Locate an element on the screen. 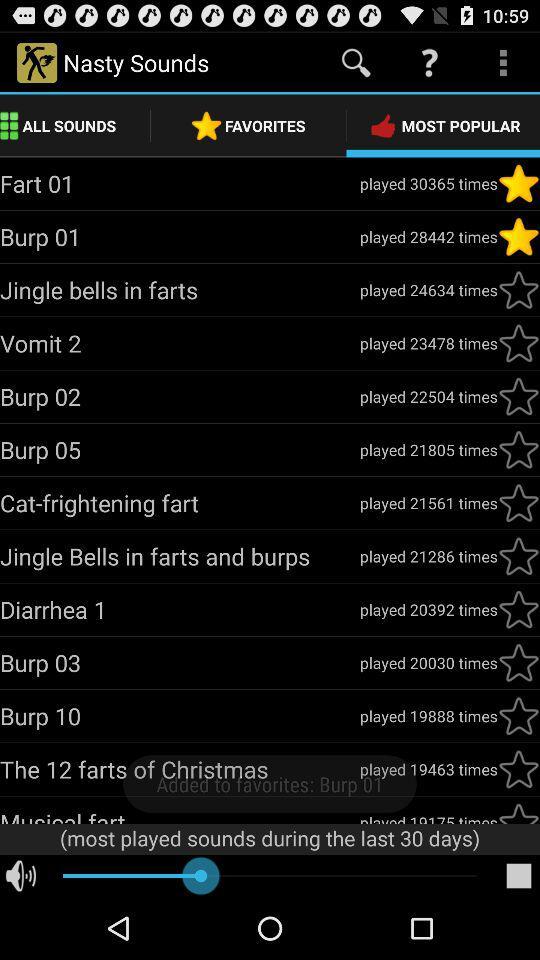  make a favorite is located at coordinates (518, 812).